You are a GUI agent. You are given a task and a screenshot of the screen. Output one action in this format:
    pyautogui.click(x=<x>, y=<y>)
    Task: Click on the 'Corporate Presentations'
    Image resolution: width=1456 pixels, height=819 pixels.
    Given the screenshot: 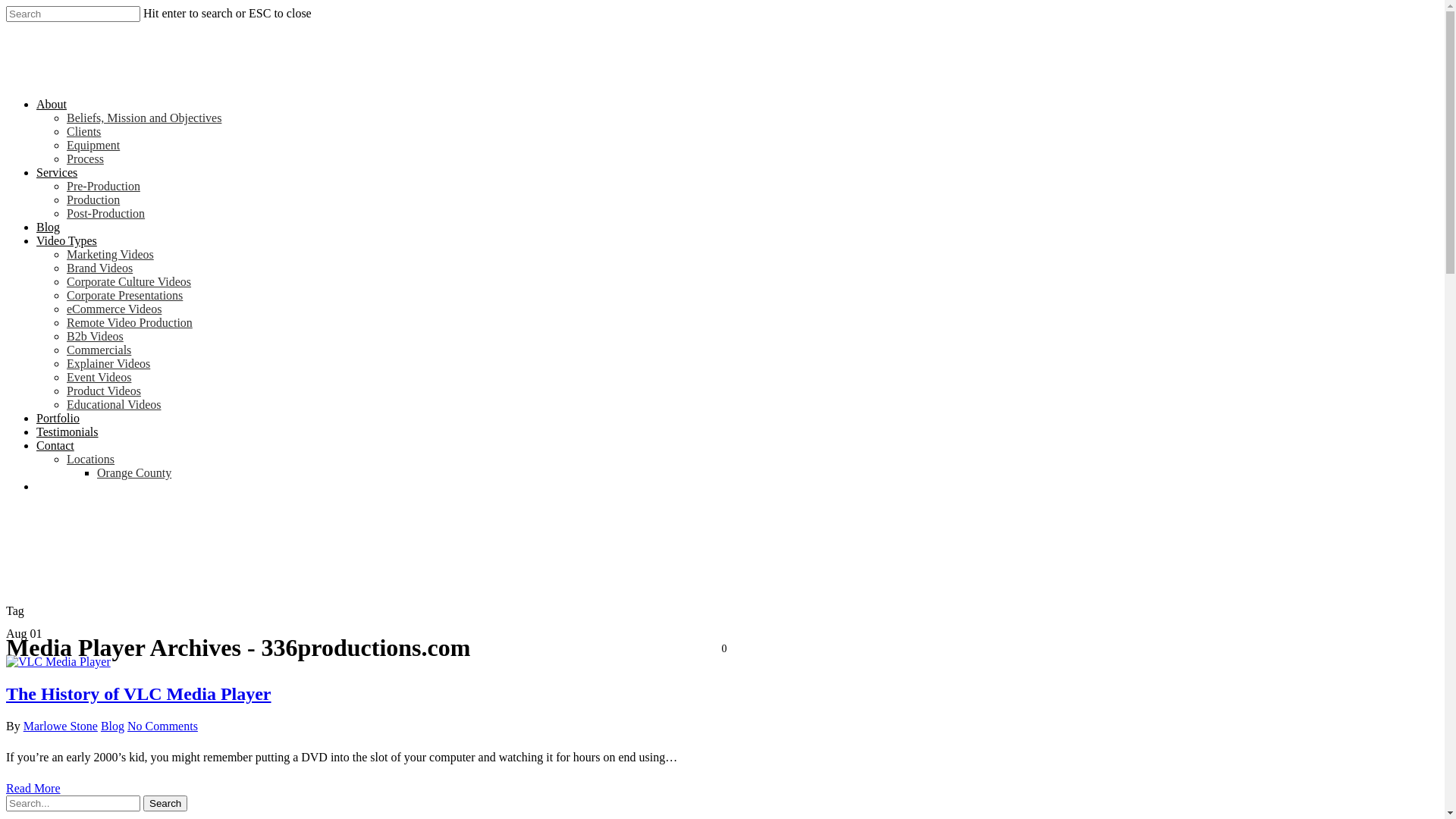 What is the action you would take?
    pyautogui.click(x=65, y=295)
    